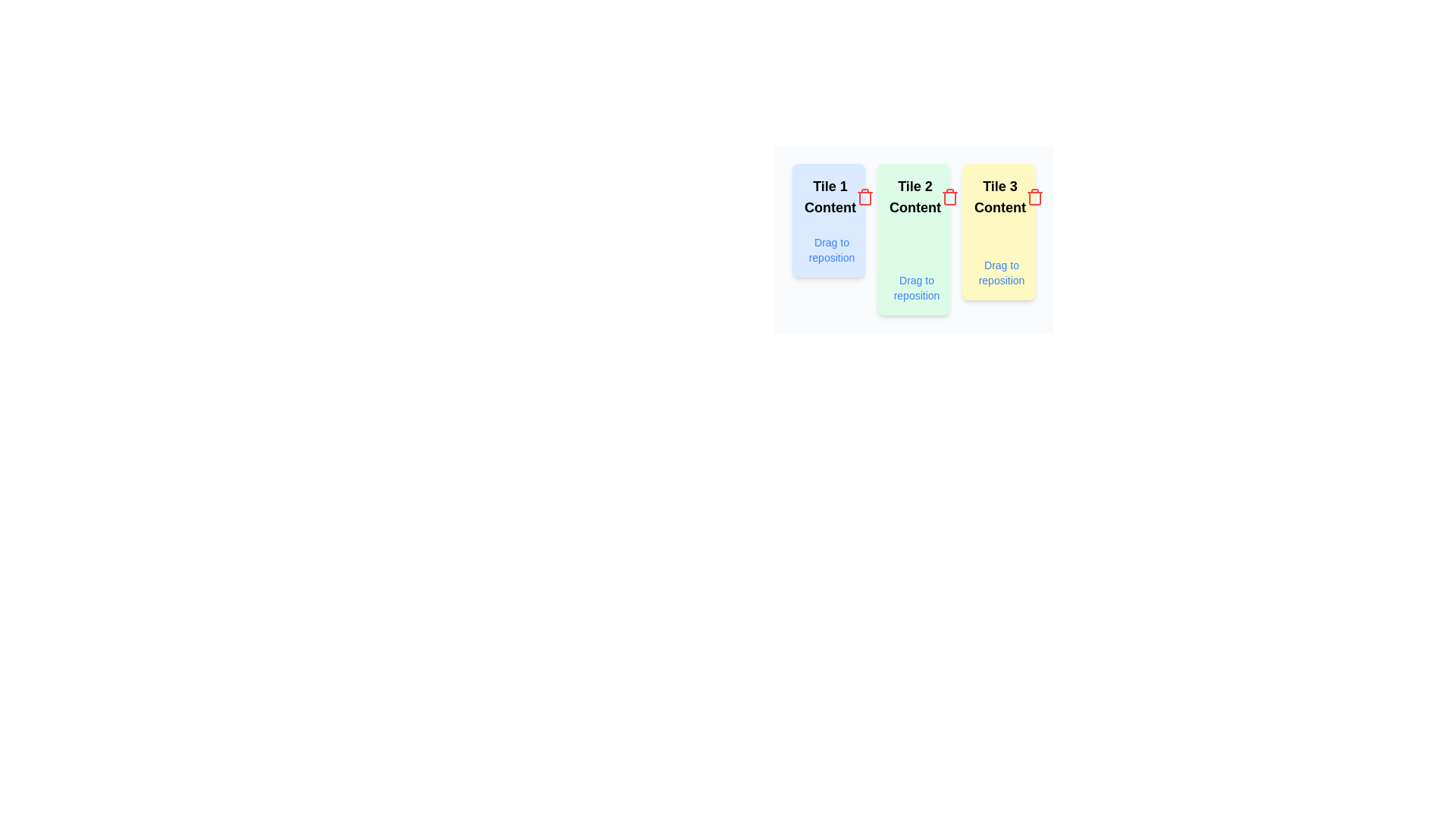 The height and width of the screenshot is (819, 1456). Describe the element at coordinates (914, 196) in the screenshot. I see `the static text label displaying 'Tile 2 Content', which is located in the second green-tinted card in a row of three cards, centered near the top area of the card` at that location.